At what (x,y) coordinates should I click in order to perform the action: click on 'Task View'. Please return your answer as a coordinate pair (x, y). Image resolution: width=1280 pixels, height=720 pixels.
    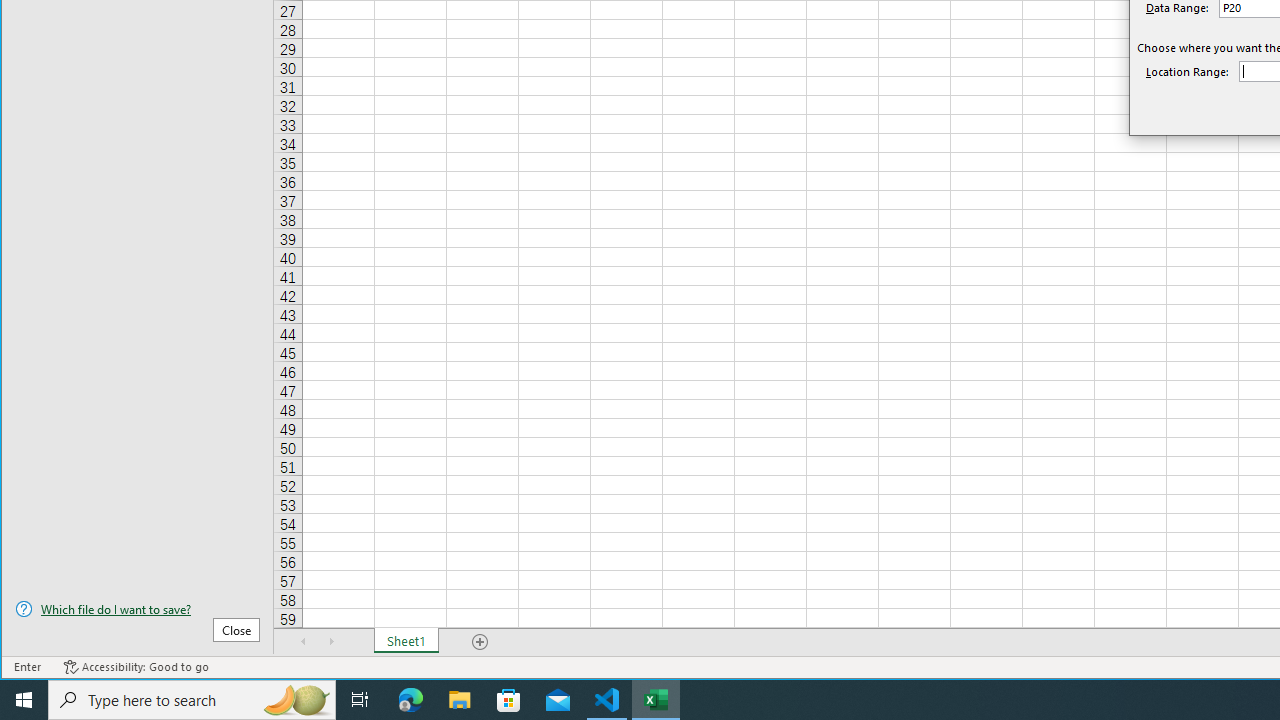
    Looking at the image, I should click on (359, 698).